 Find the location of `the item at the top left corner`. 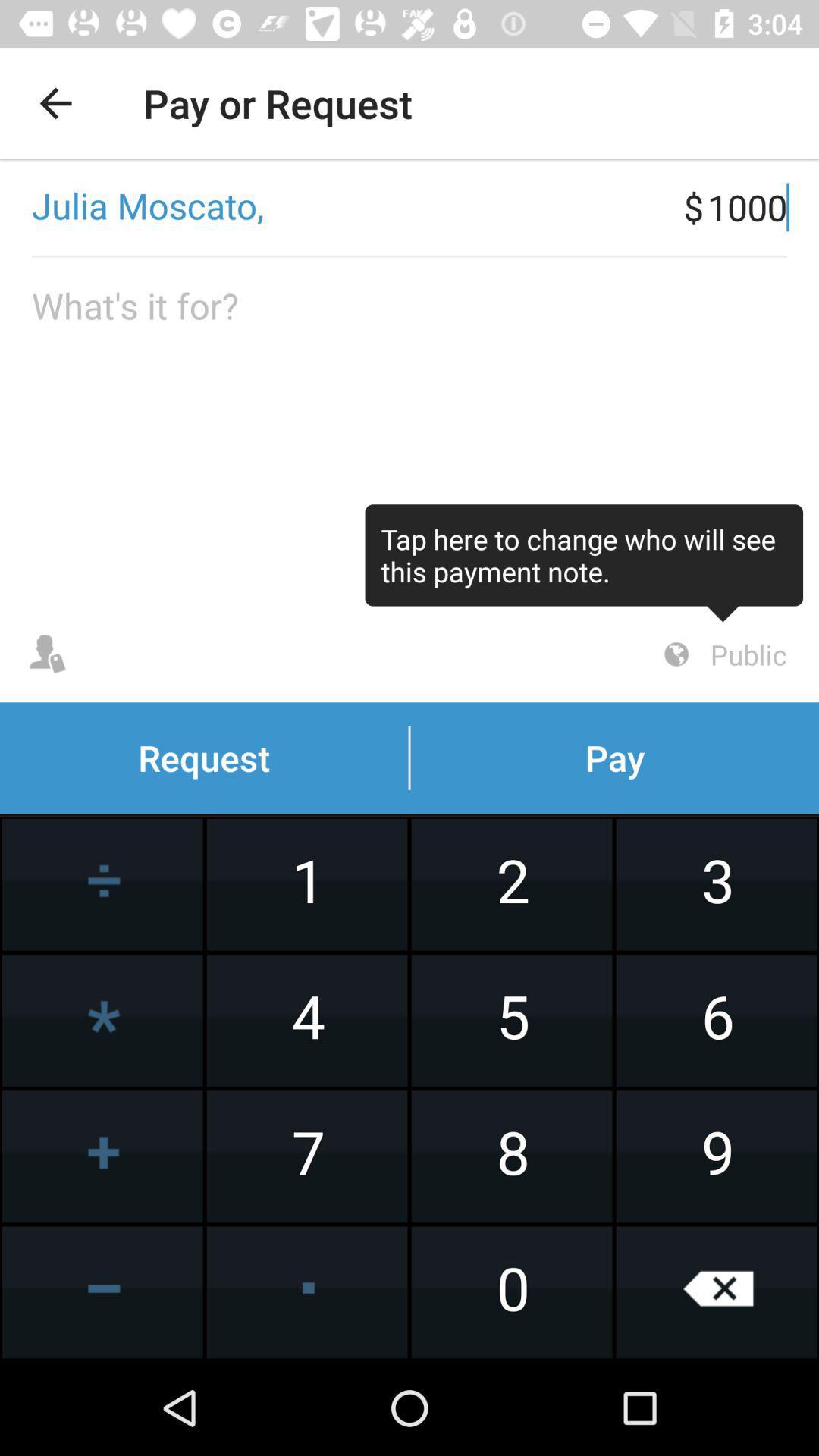

the item at the top left corner is located at coordinates (55, 102).